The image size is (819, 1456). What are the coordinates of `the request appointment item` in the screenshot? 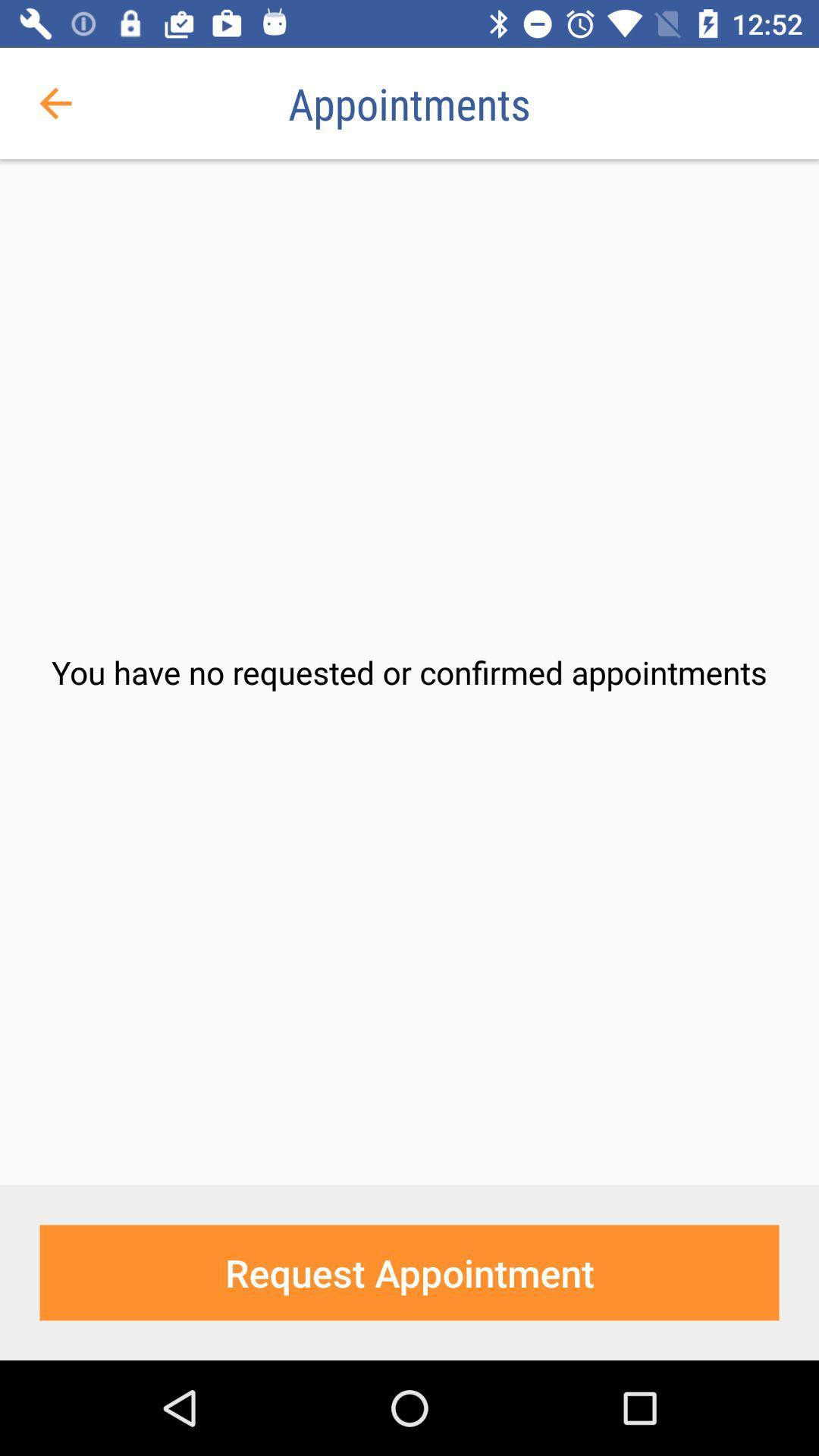 It's located at (409, 1272).